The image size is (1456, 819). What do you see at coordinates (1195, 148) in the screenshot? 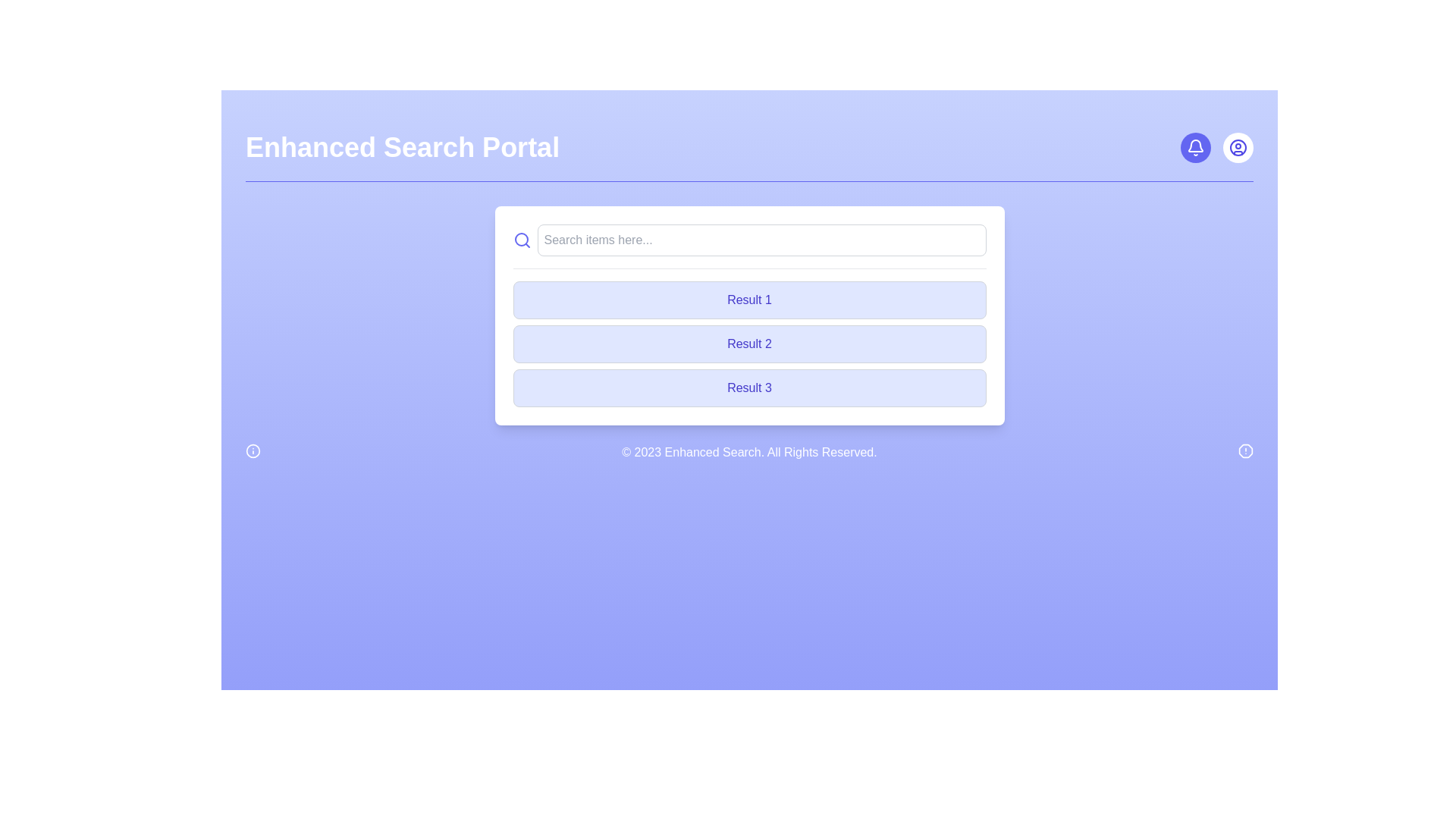
I see `the circular button with a blue background and a white bell icon` at bounding box center [1195, 148].